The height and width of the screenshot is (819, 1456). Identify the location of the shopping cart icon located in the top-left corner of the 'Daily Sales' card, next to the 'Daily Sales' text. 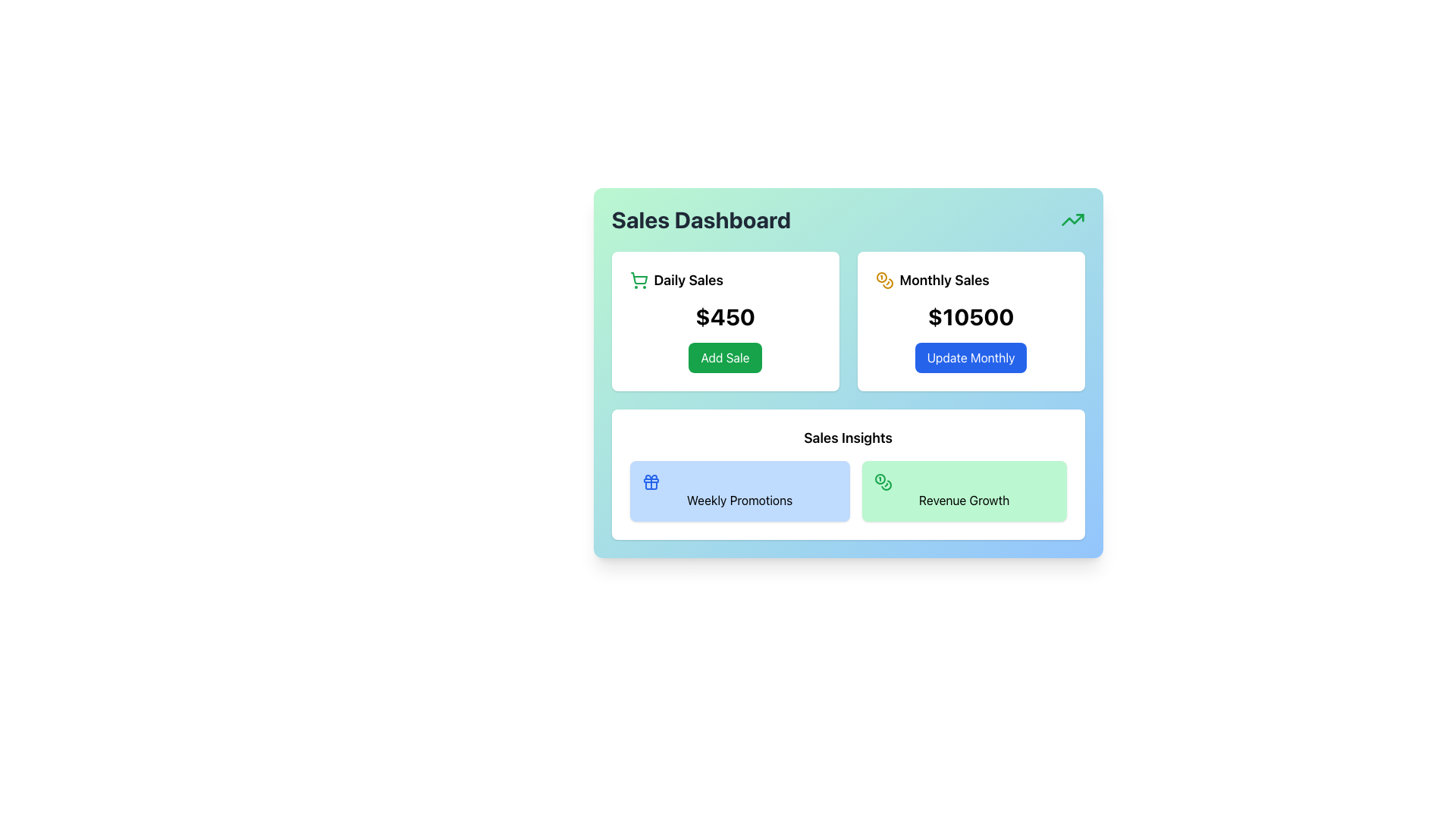
(639, 281).